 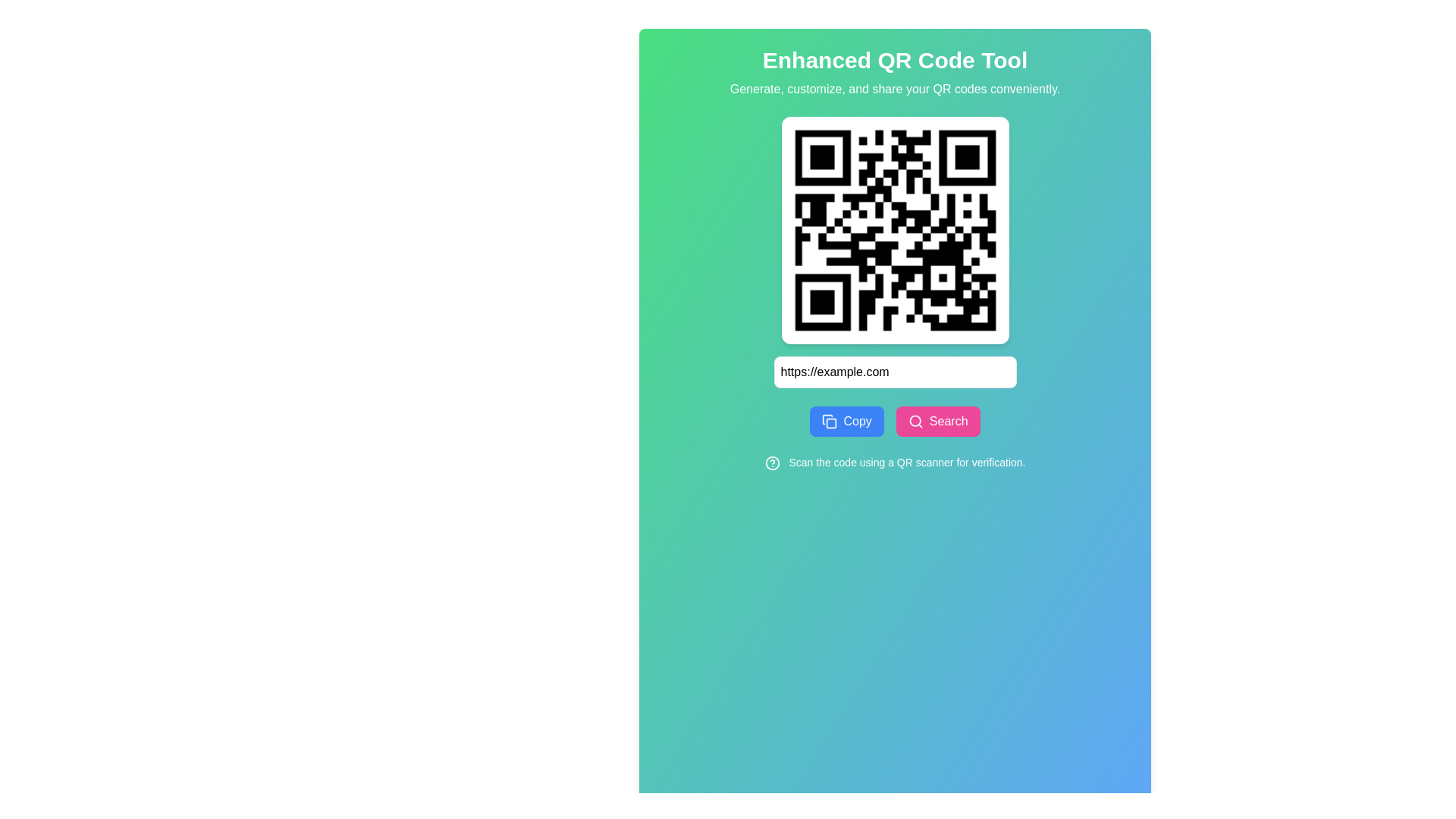 What do you see at coordinates (895, 462) in the screenshot?
I see `the informational text label component that instructs users to scan a QR code for verification, located at the bottom center of the interface beneath the 'Copy' and 'Search' buttons` at bounding box center [895, 462].